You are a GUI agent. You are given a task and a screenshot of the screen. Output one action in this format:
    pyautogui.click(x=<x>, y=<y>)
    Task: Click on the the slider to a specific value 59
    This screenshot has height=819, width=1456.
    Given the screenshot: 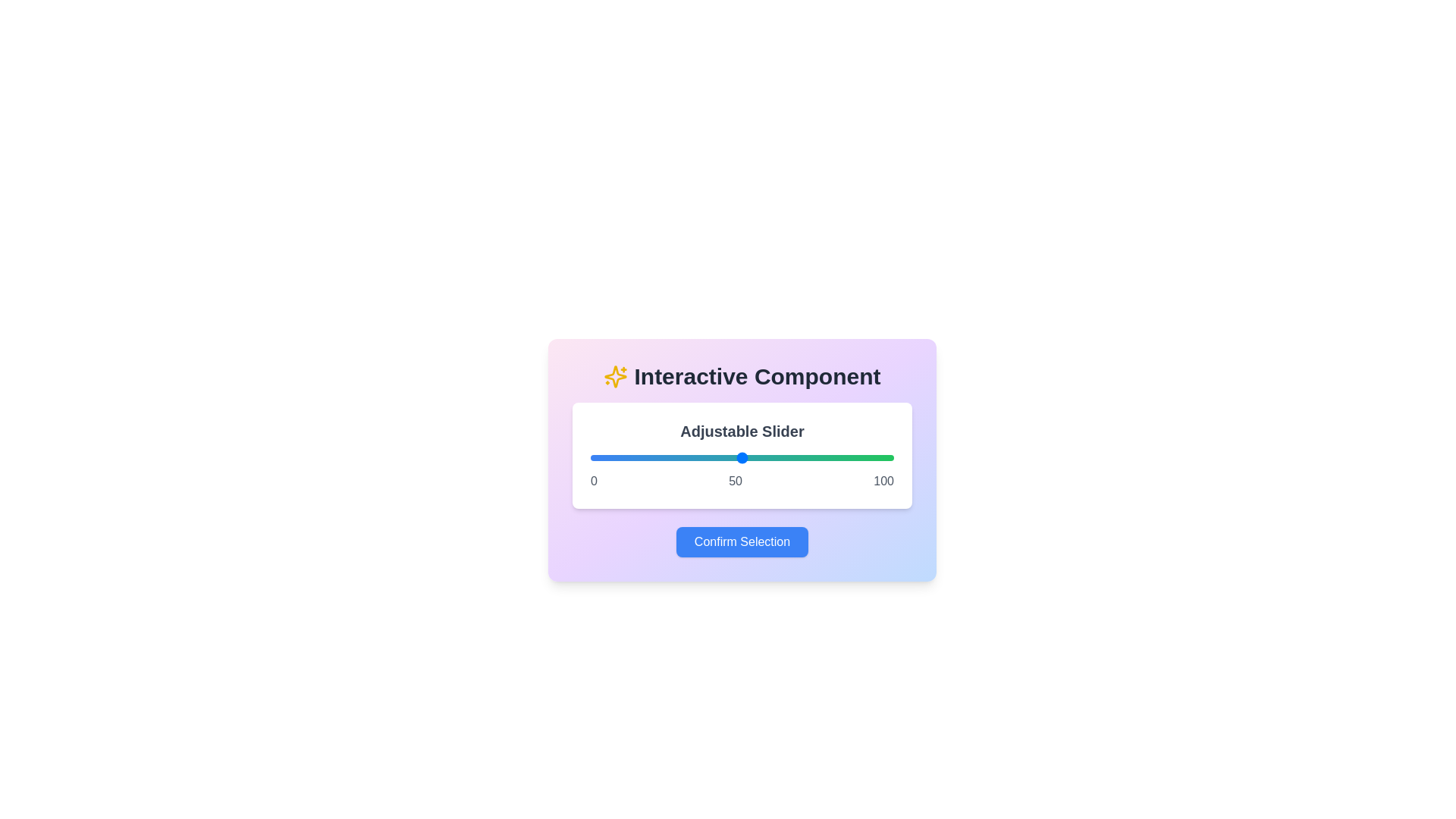 What is the action you would take?
    pyautogui.click(x=769, y=457)
    